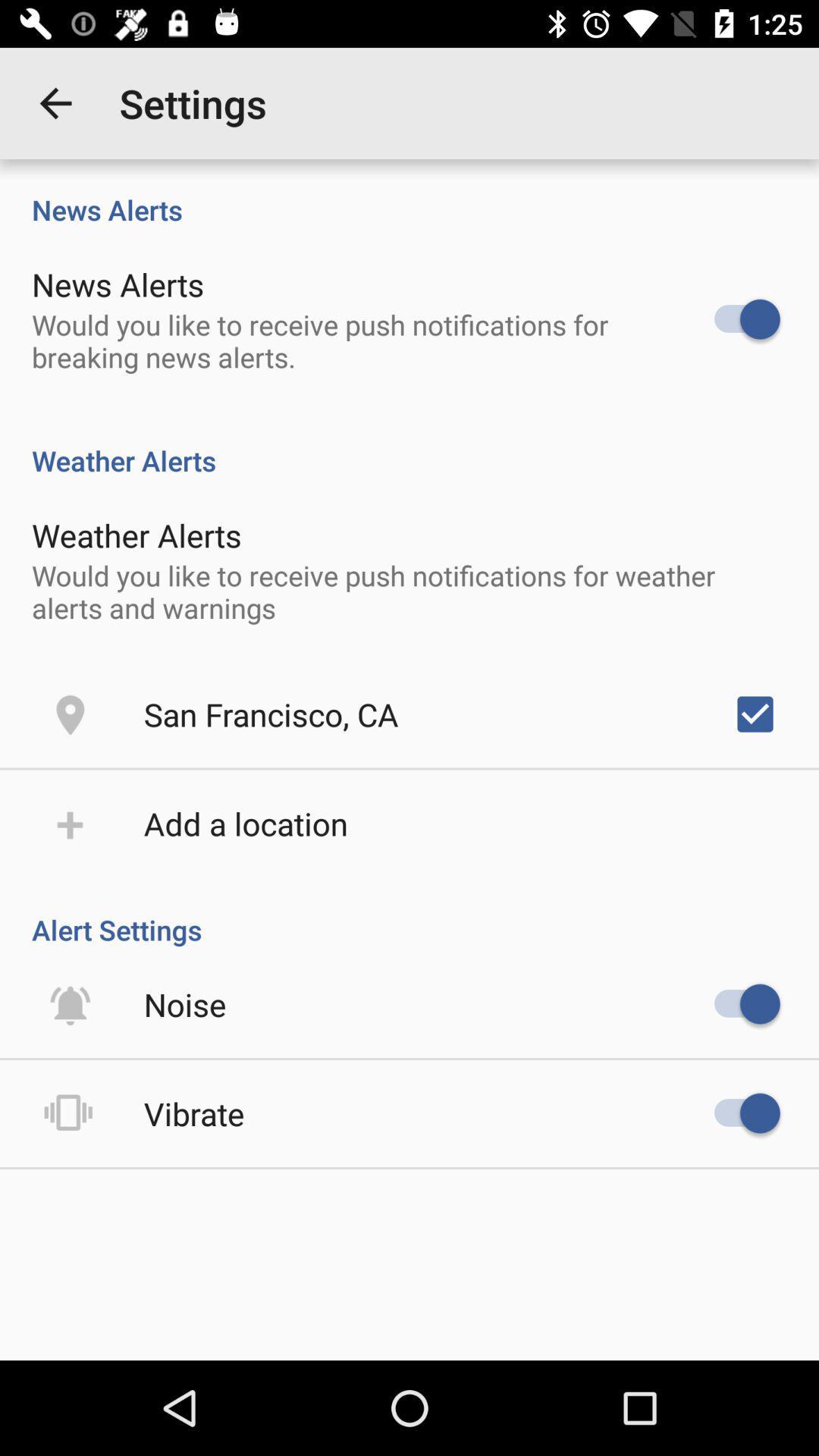 The width and height of the screenshot is (819, 1456). I want to click on vibrate, so click(193, 1113).